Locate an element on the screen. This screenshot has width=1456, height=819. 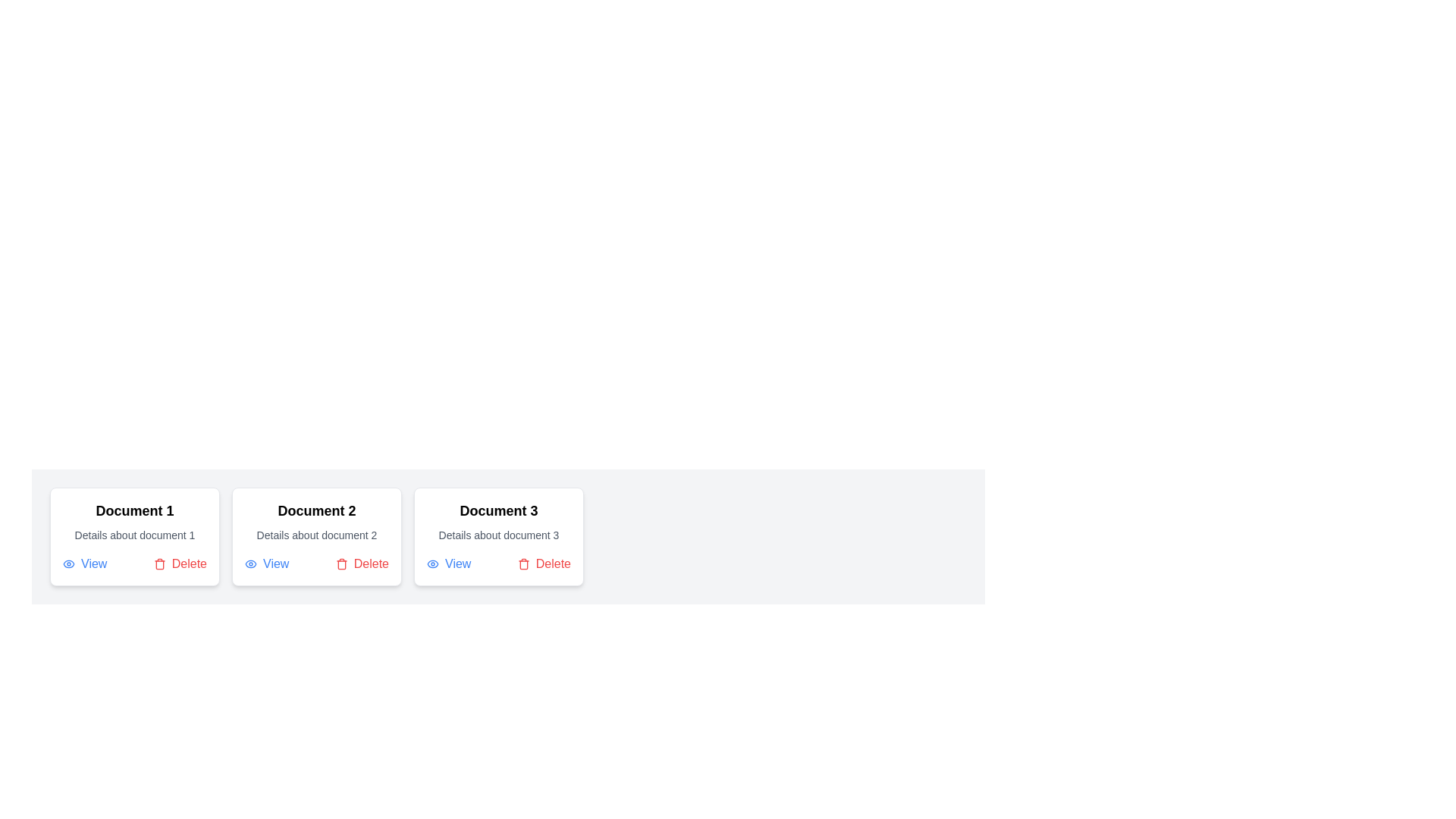
the static text label that serves as the title or heading for the document in the center card of the horizontally aligned group is located at coordinates (315, 511).